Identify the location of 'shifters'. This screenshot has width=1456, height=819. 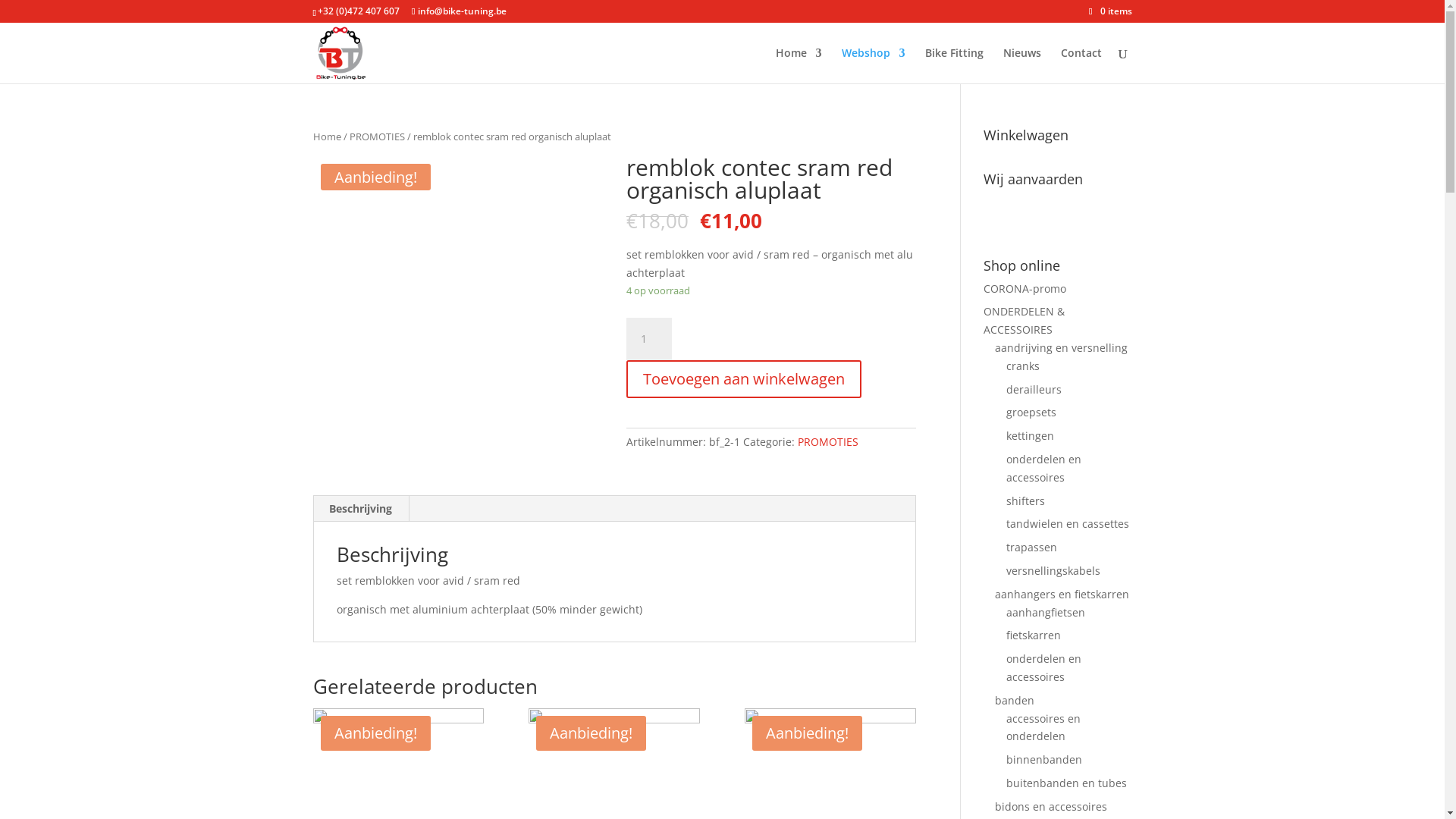
(1025, 500).